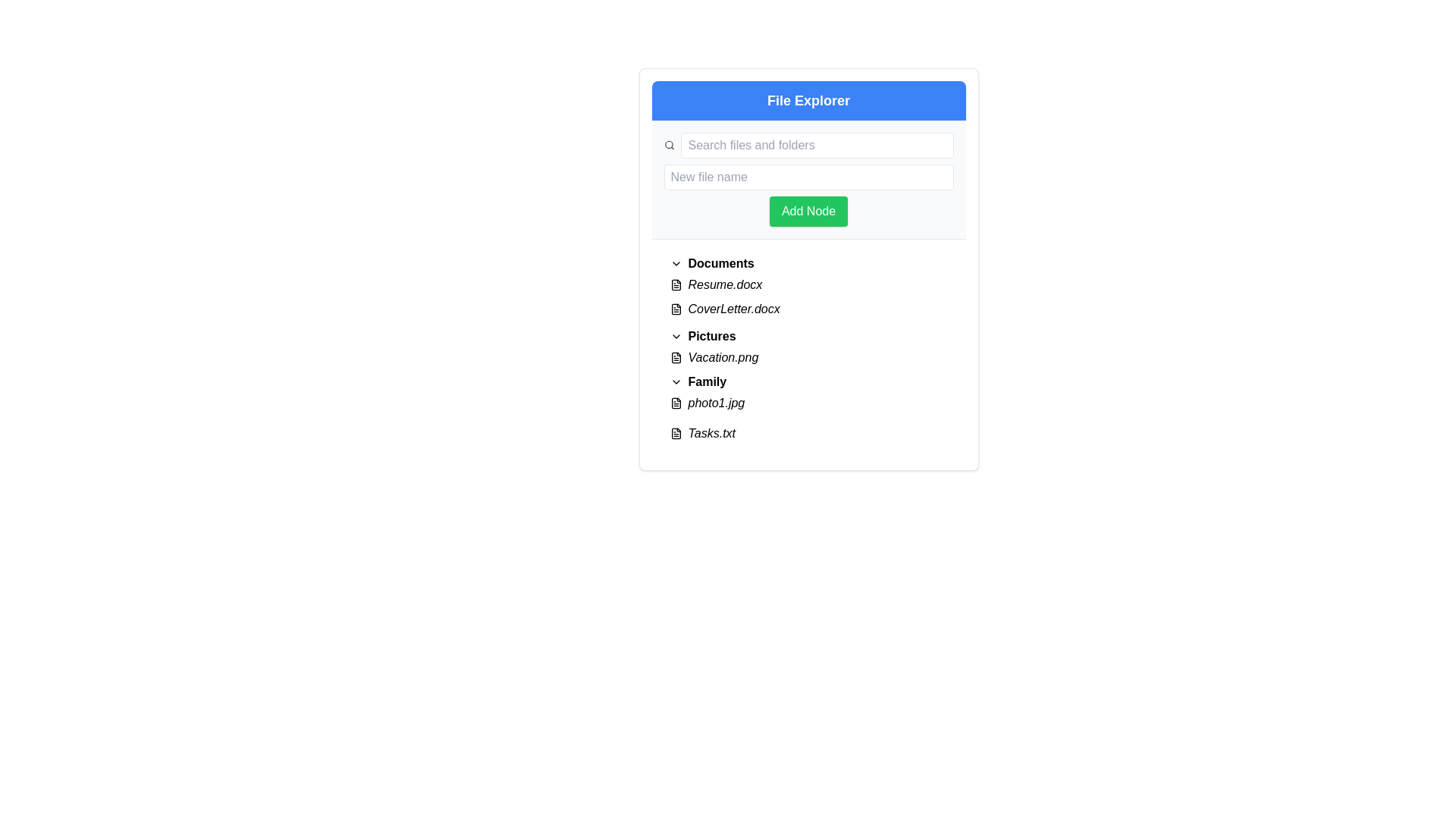 This screenshot has height=819, width=1456. Describe the element at coordinates (808, 357) in the screenshot. I see `to select the file entry labeled 'Vacation.png' in the file explorer, which is the first entry under the 'Pictures' directory` at that location.